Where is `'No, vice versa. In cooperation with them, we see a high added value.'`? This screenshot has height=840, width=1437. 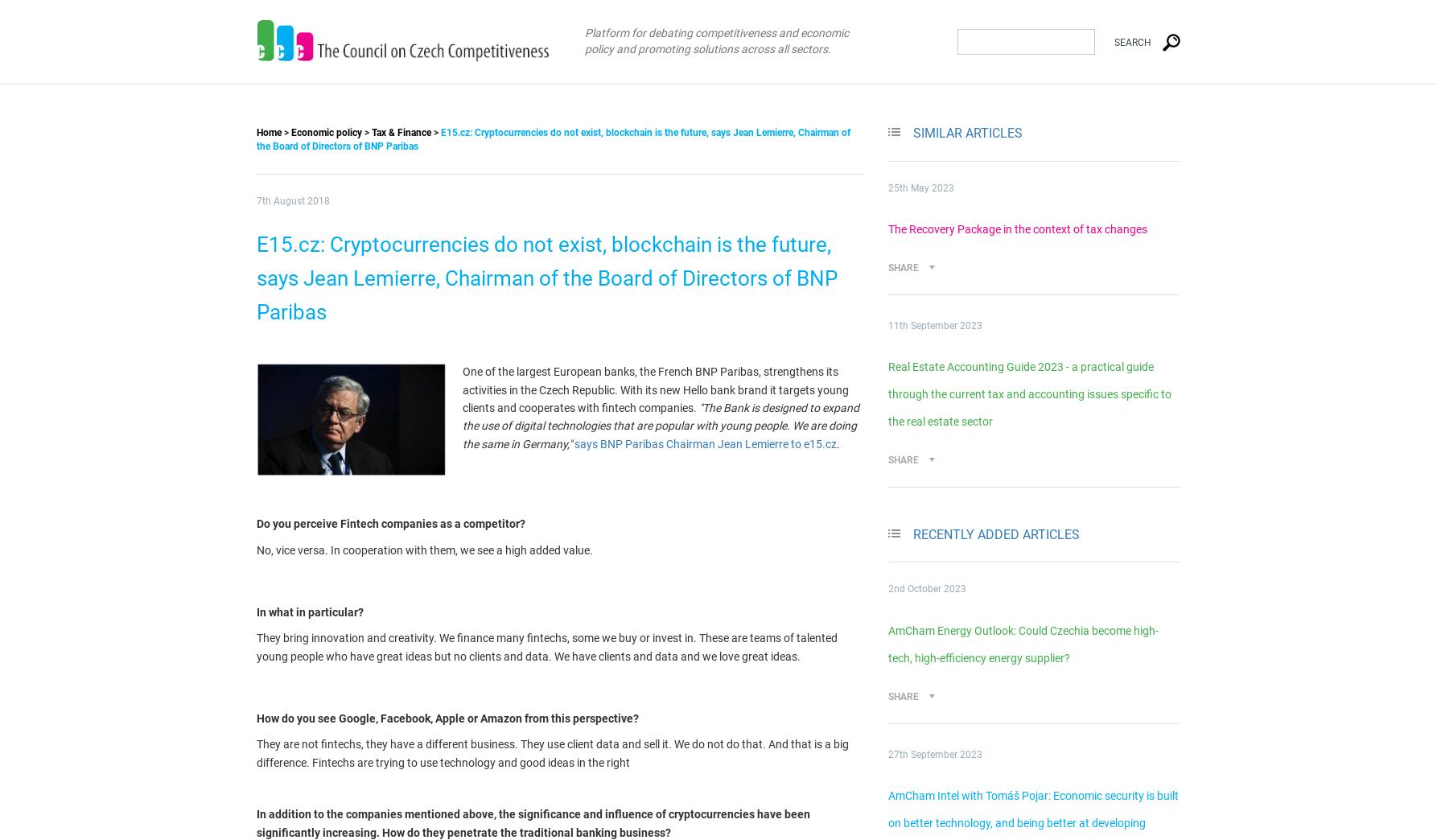
'No, vice versa. In cooperation with them, we see a high added value.' is located at coordinates (256, 548).